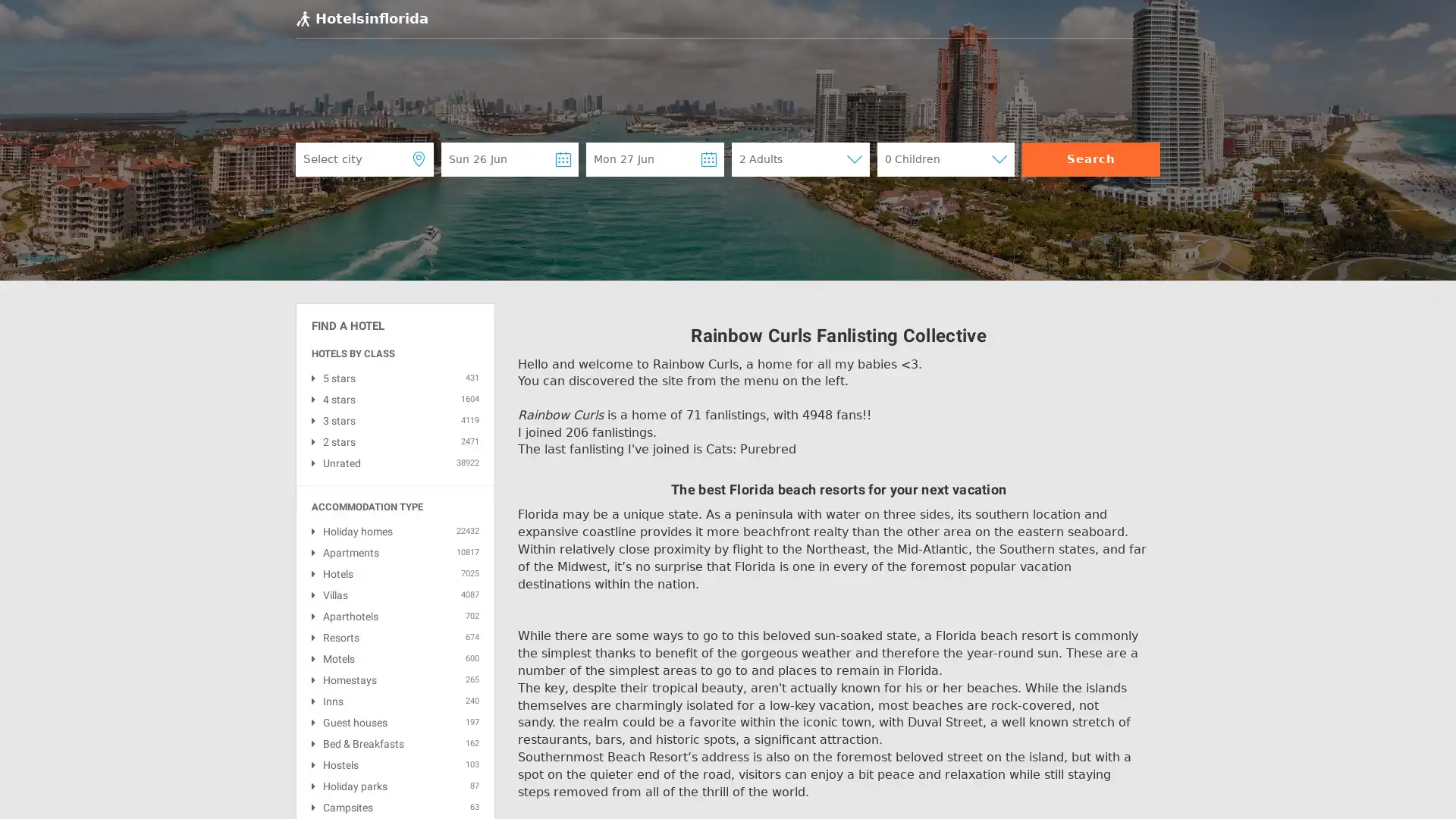 The width and height of the screenshot is (1456, 819). I want to click on Search, so click(1090, 158).